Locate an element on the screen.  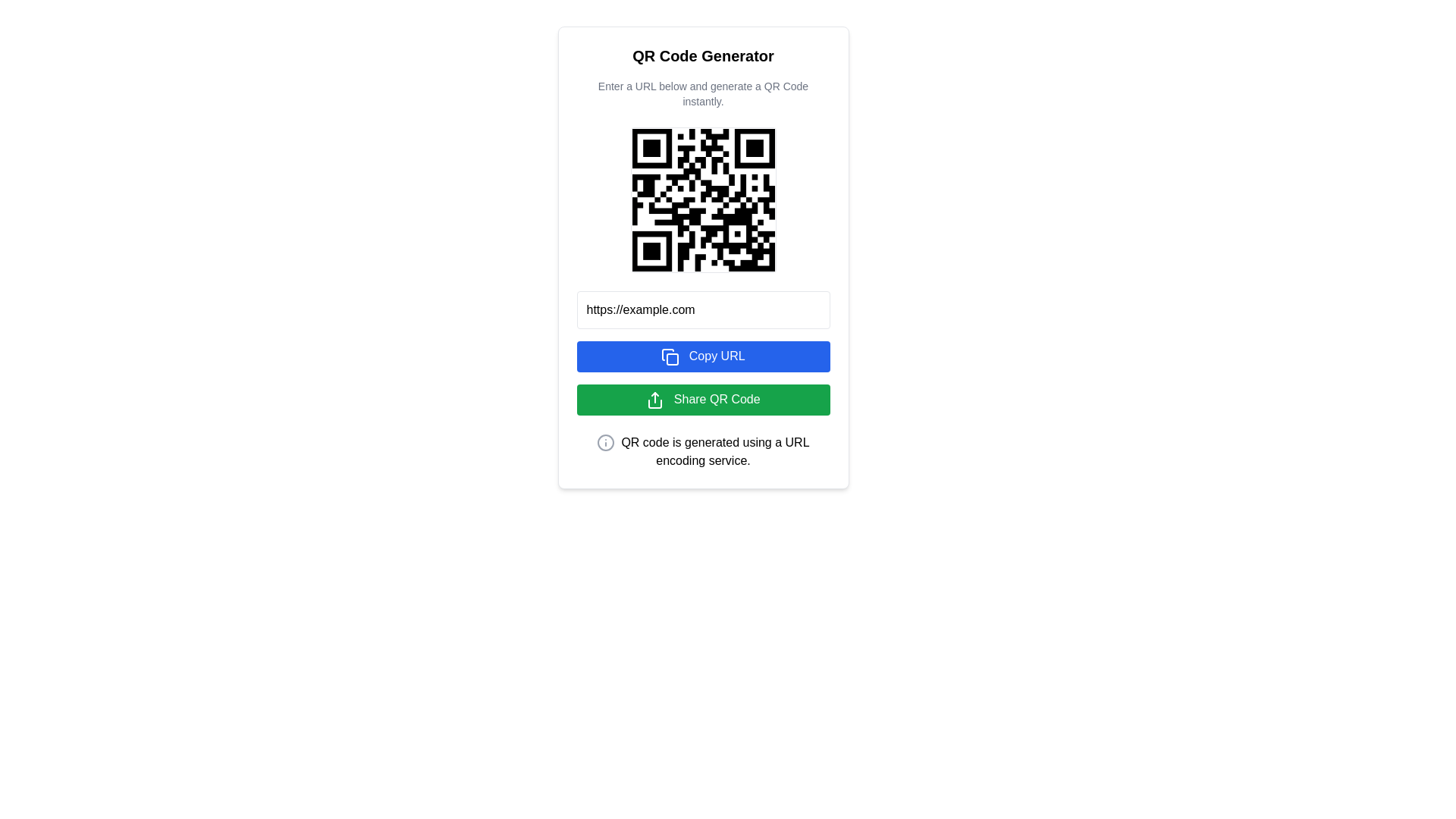
the header text that introduces the QR Code generator is located at coordinates (702, 55).